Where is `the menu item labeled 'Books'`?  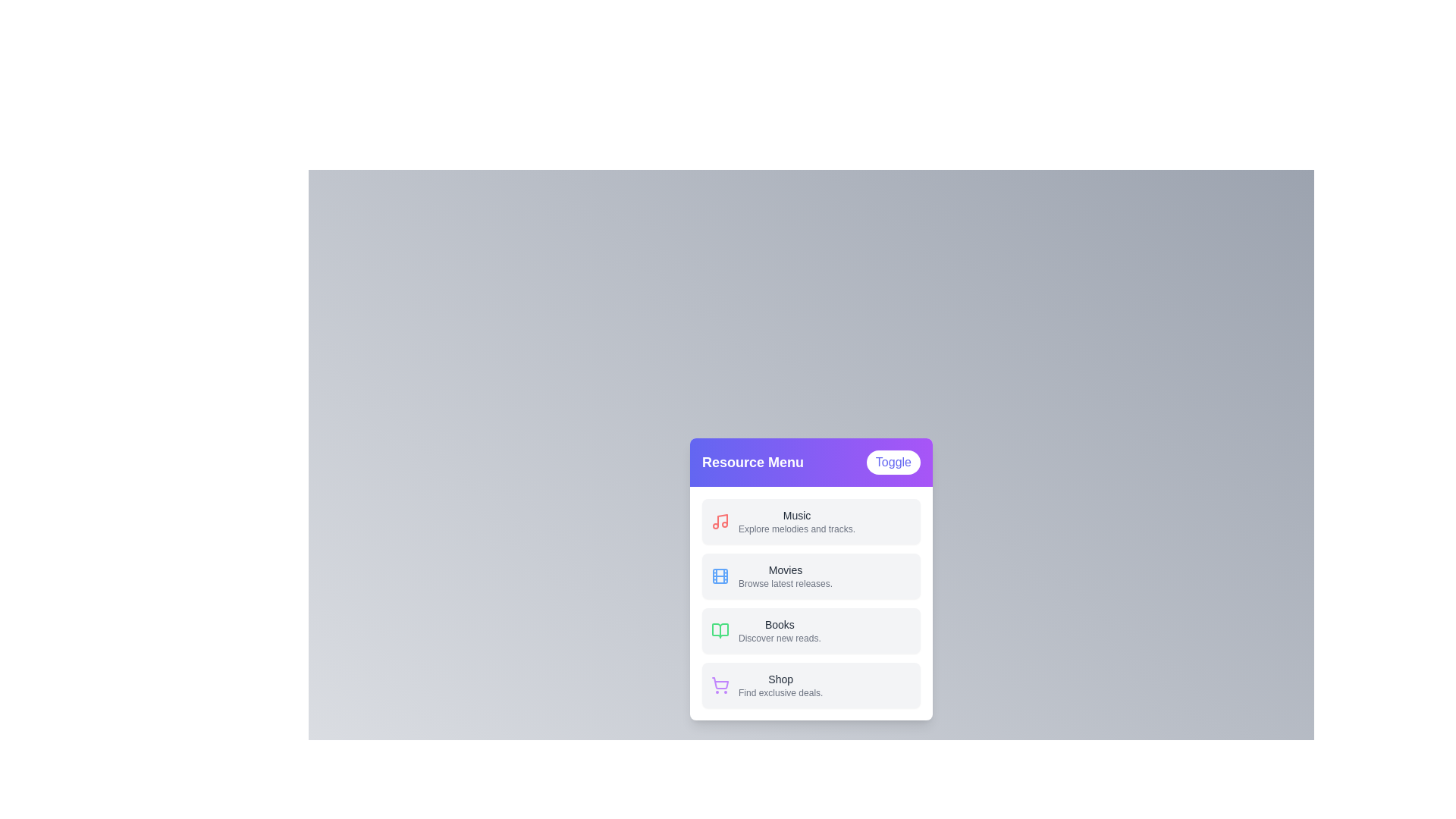
the menu item labeled 'Books' is located at coordinates (811, 631).